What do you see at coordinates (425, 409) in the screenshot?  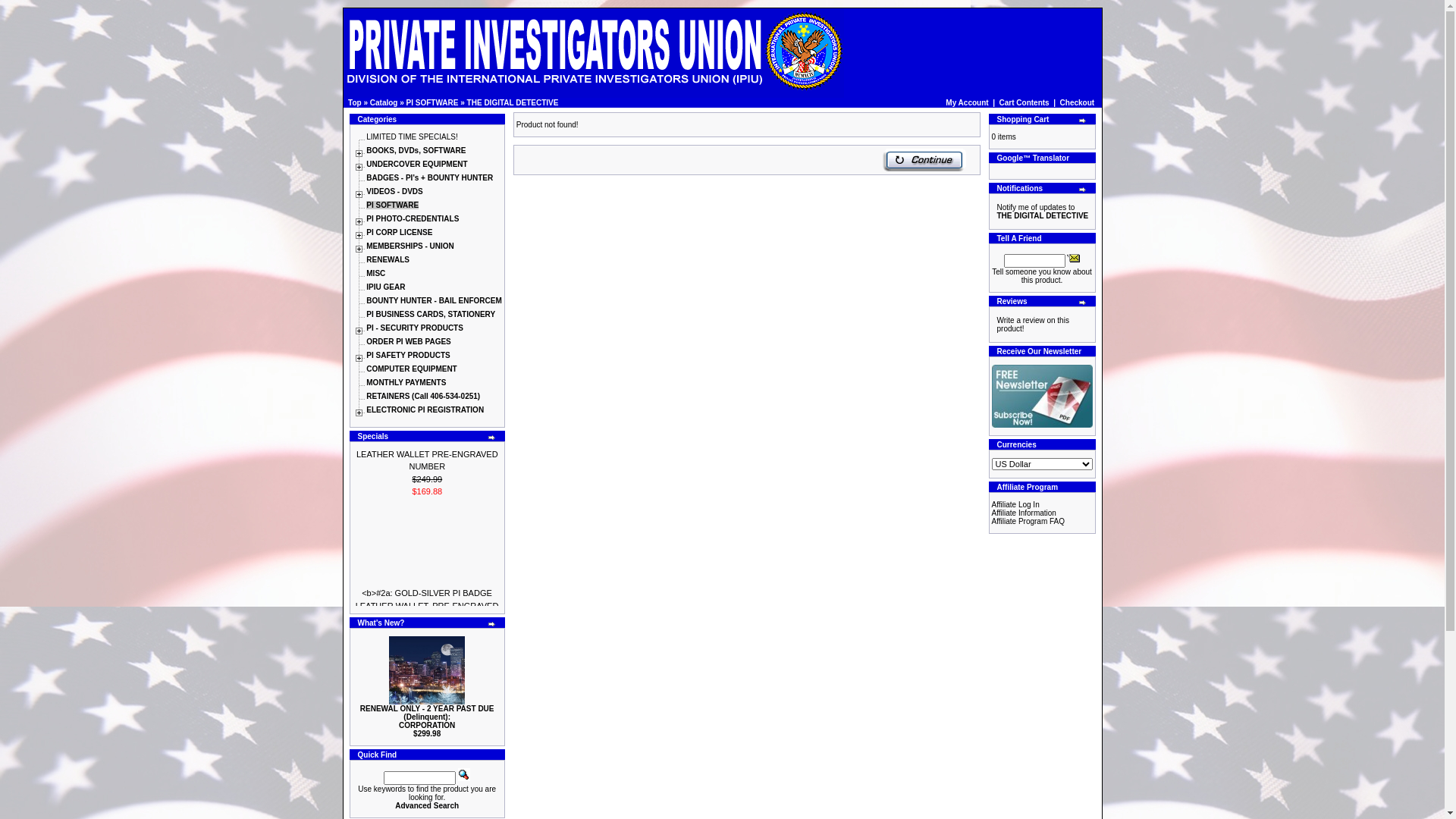 I see `'ELECTRONIC PI REGISTRATION'` at bounding box center [425, 409].